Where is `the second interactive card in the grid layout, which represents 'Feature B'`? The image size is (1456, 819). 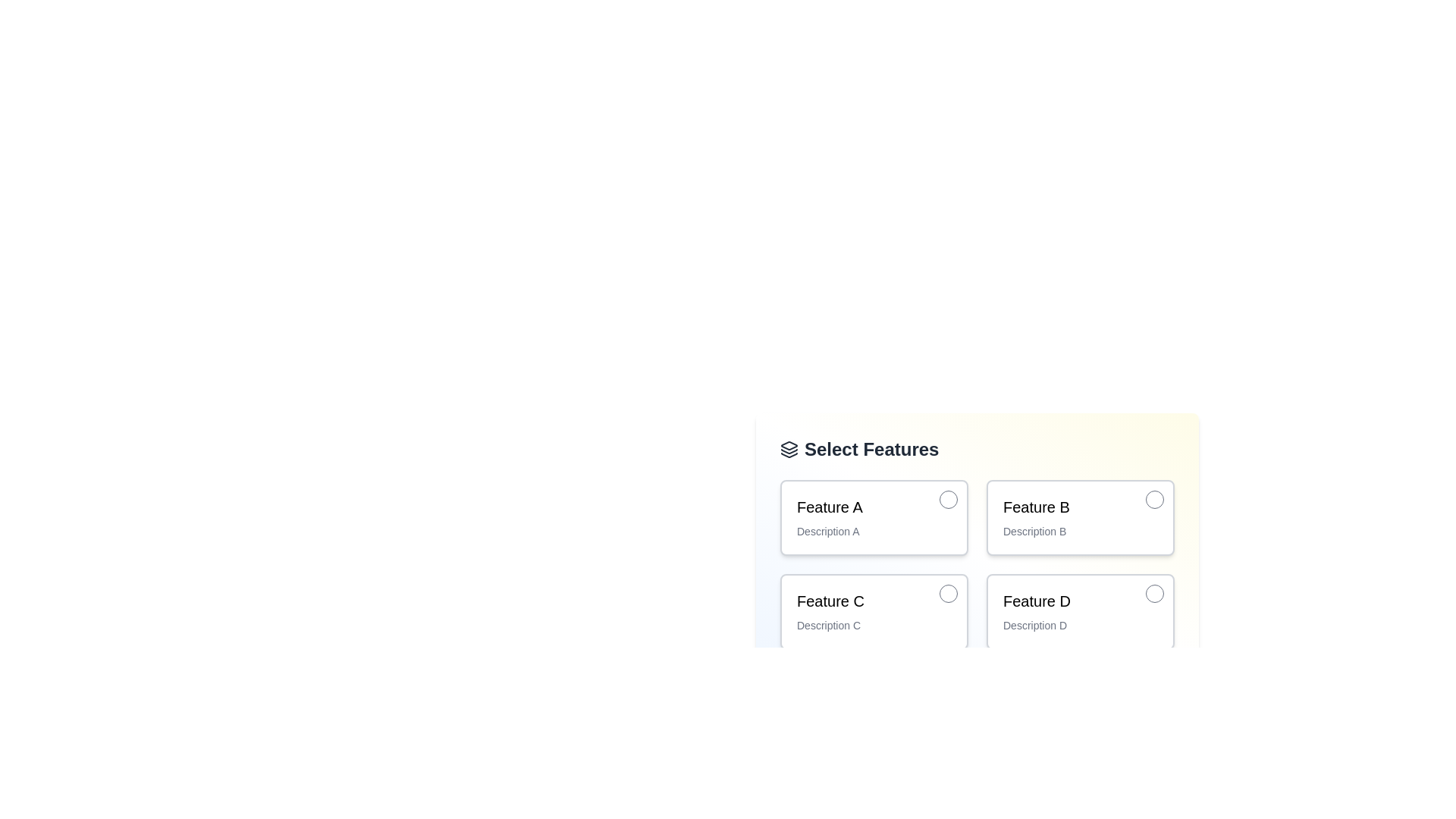
the second interactive card in the grid layout, which represents 'Feature B' is located at coordinates (977, 520).